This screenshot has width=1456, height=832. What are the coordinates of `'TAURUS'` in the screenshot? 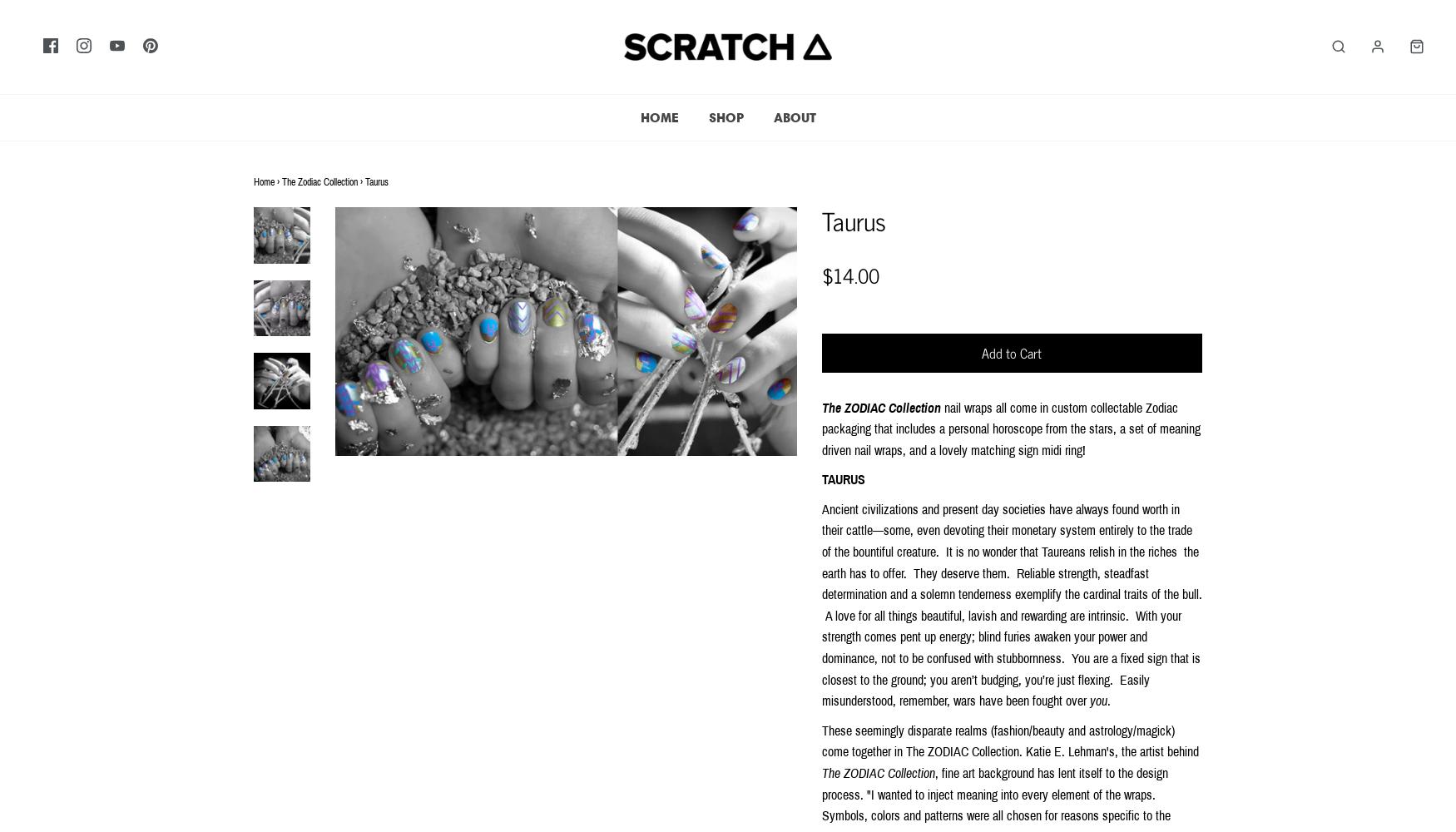 It's located at (842, 478).